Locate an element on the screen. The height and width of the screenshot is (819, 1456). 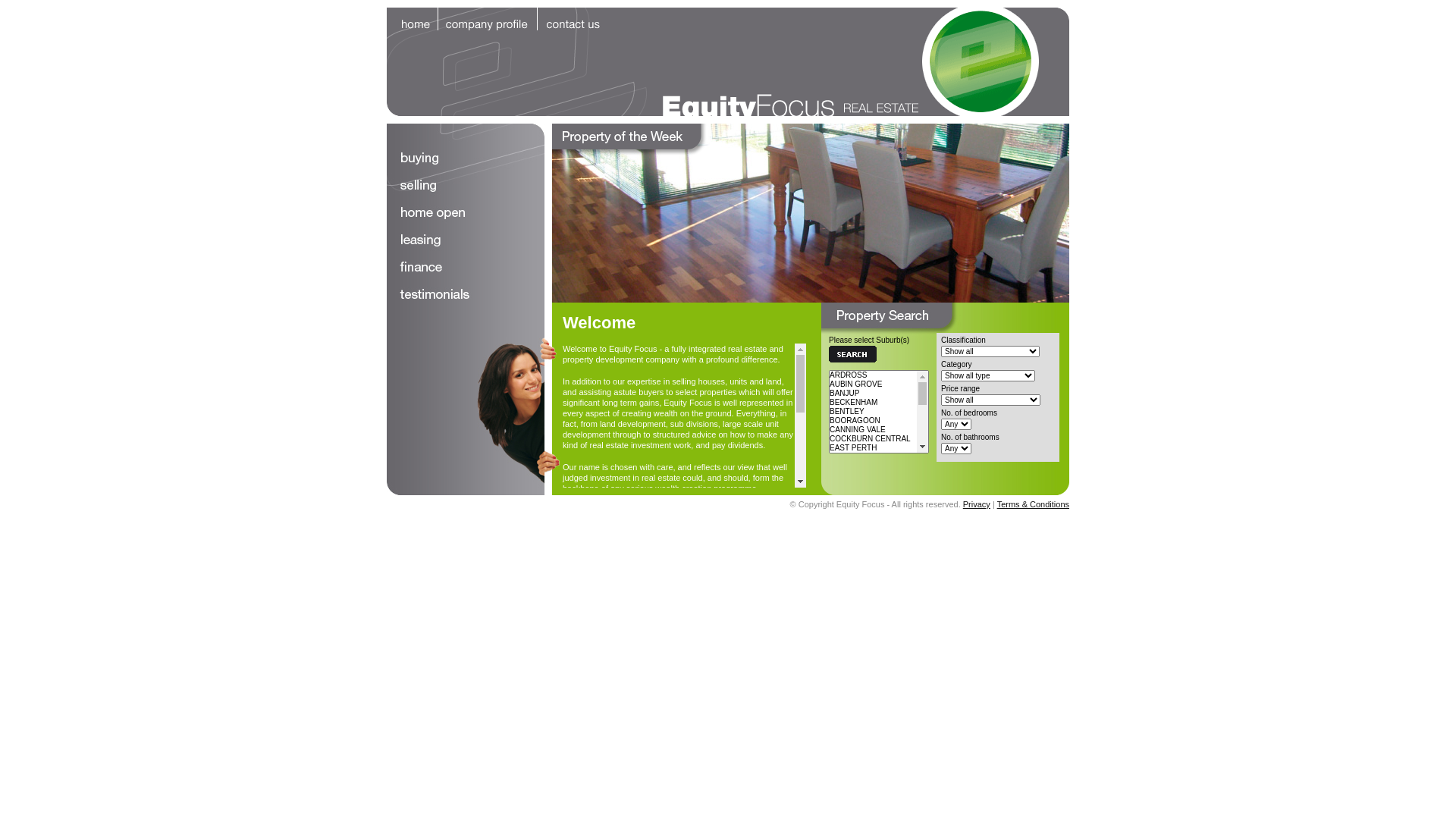
'Terms & Conditions' is located at coordinates (1032, 504).